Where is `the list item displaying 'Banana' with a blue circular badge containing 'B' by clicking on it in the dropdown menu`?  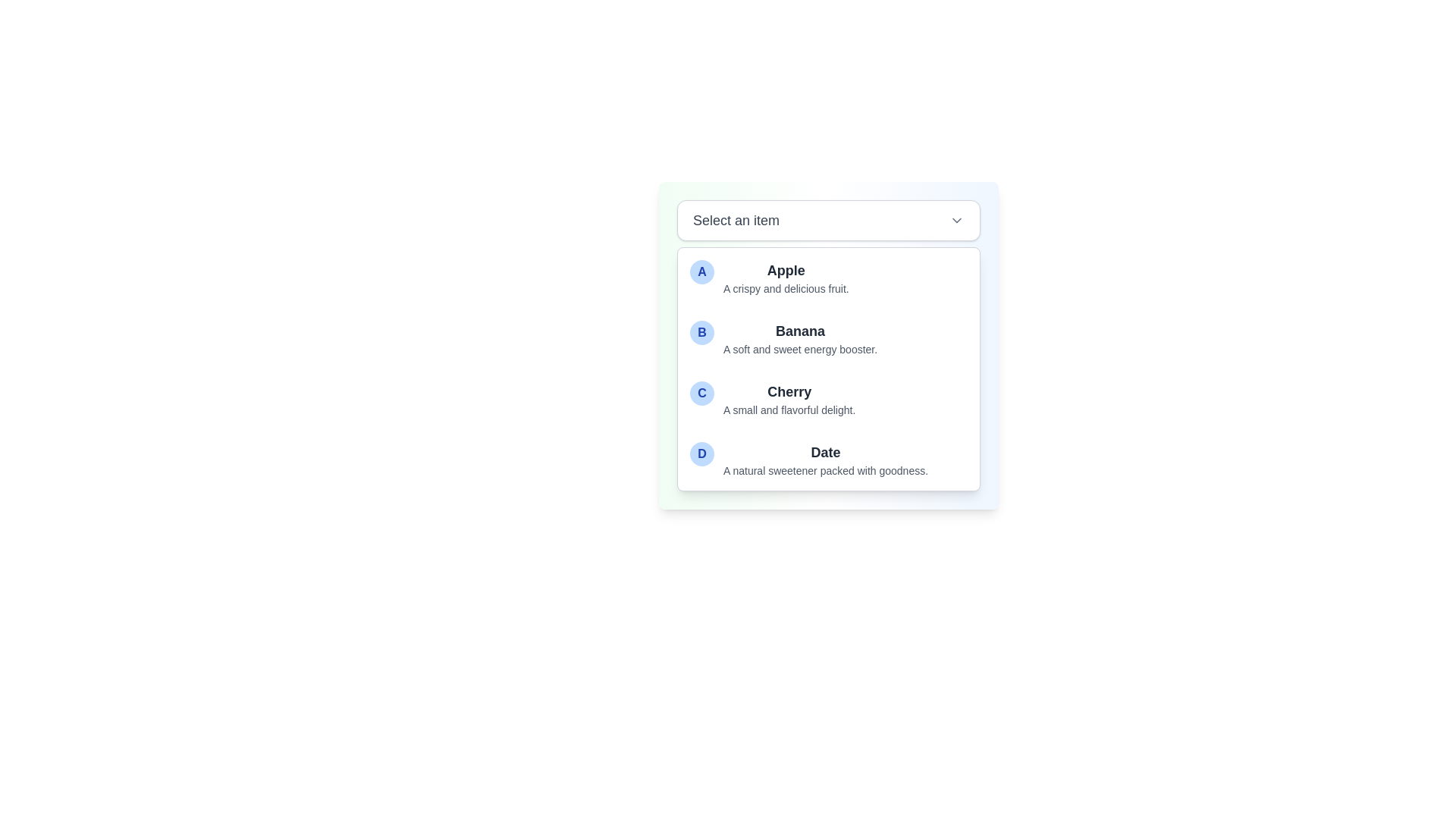
the list item displaying 'Banana' with a blue circular badge containing 'B' by clicking on it in the dropdown menu is located at coordinates (828, 338).